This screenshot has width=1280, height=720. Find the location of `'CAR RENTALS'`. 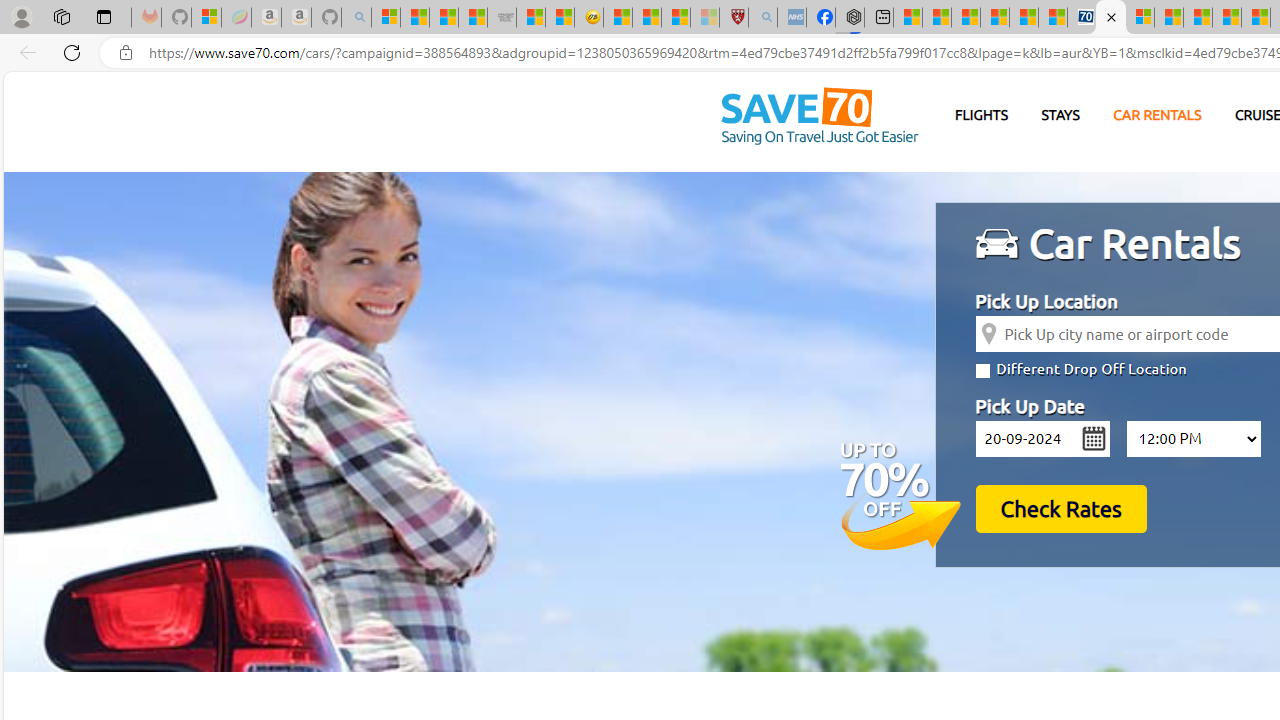

'CAR RENTALS' is located at coordinates (1157, 115).